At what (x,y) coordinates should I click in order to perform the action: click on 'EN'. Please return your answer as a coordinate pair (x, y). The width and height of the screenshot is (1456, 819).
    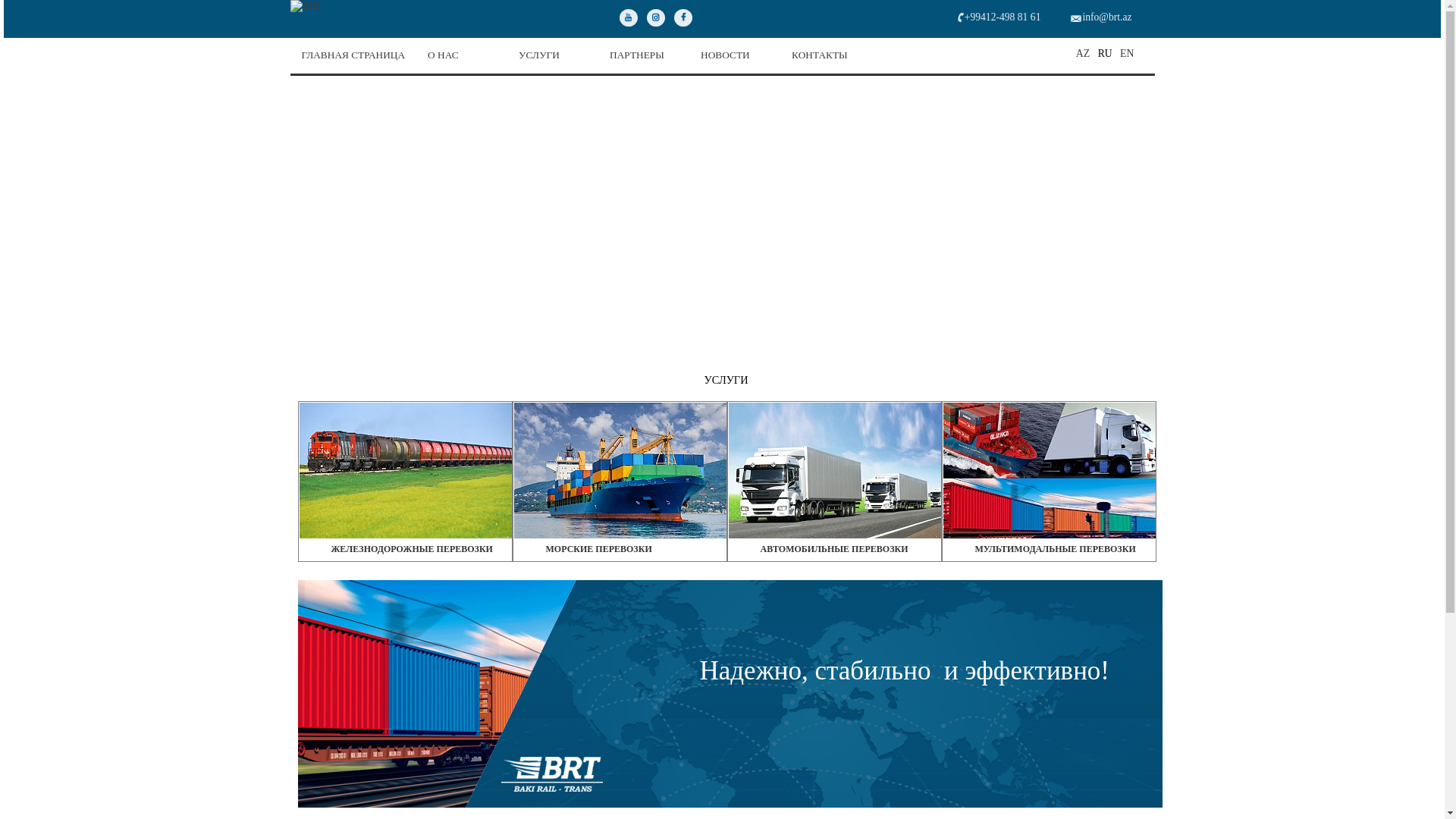
    Looking at the image, I should click on (1127, 52).